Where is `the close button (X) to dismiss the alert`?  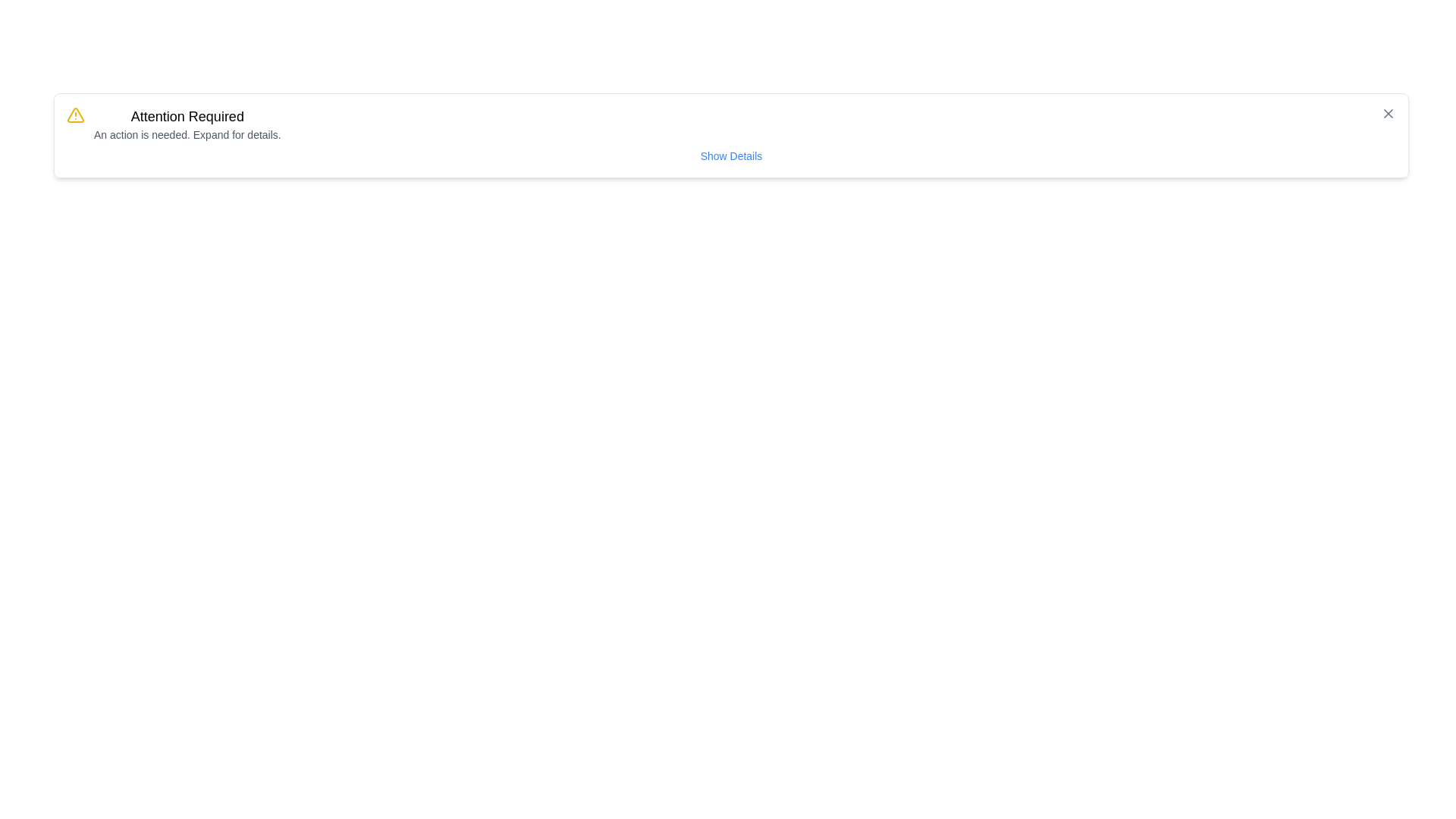 the close button (X) to dismiss the alert is located at coordinates (1388, 113).